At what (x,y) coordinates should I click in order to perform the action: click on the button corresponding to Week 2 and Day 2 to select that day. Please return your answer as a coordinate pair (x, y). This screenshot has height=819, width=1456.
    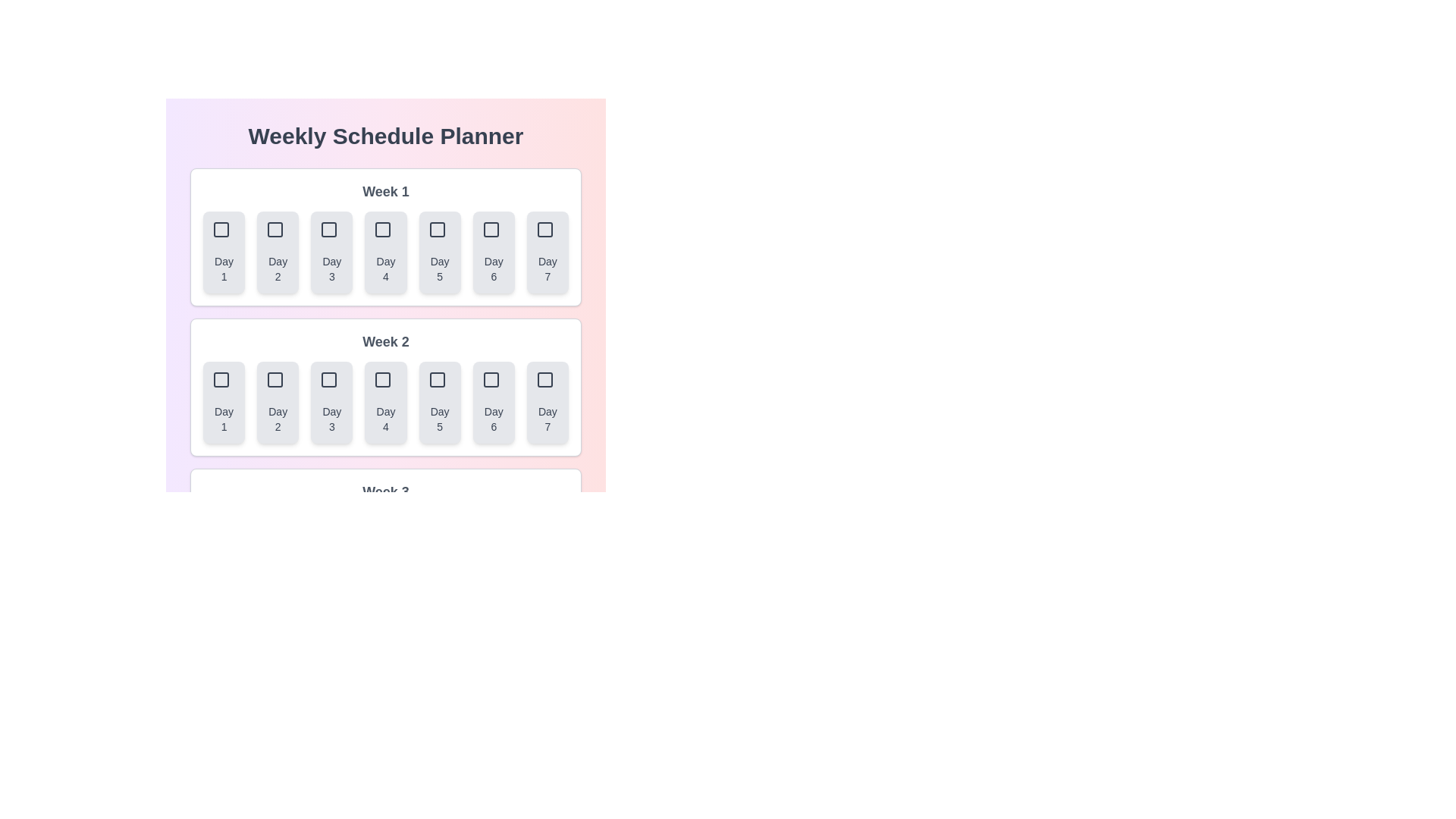
    Looking at the image, I should click on (278, 402).